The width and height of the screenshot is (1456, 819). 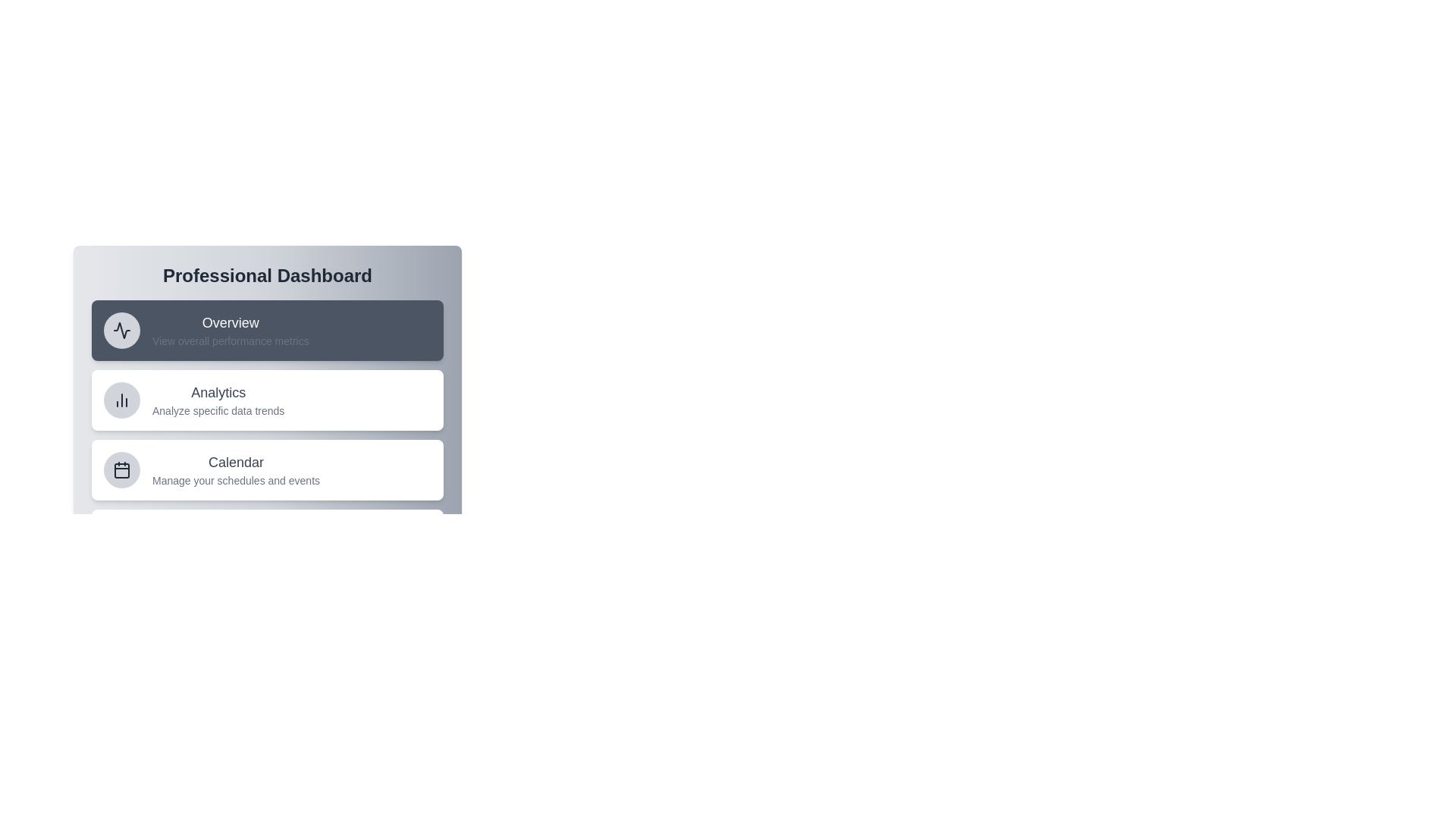 I want to click on the menu item corresponding to Calendar to activate its tab, so click(x=268, y=469).